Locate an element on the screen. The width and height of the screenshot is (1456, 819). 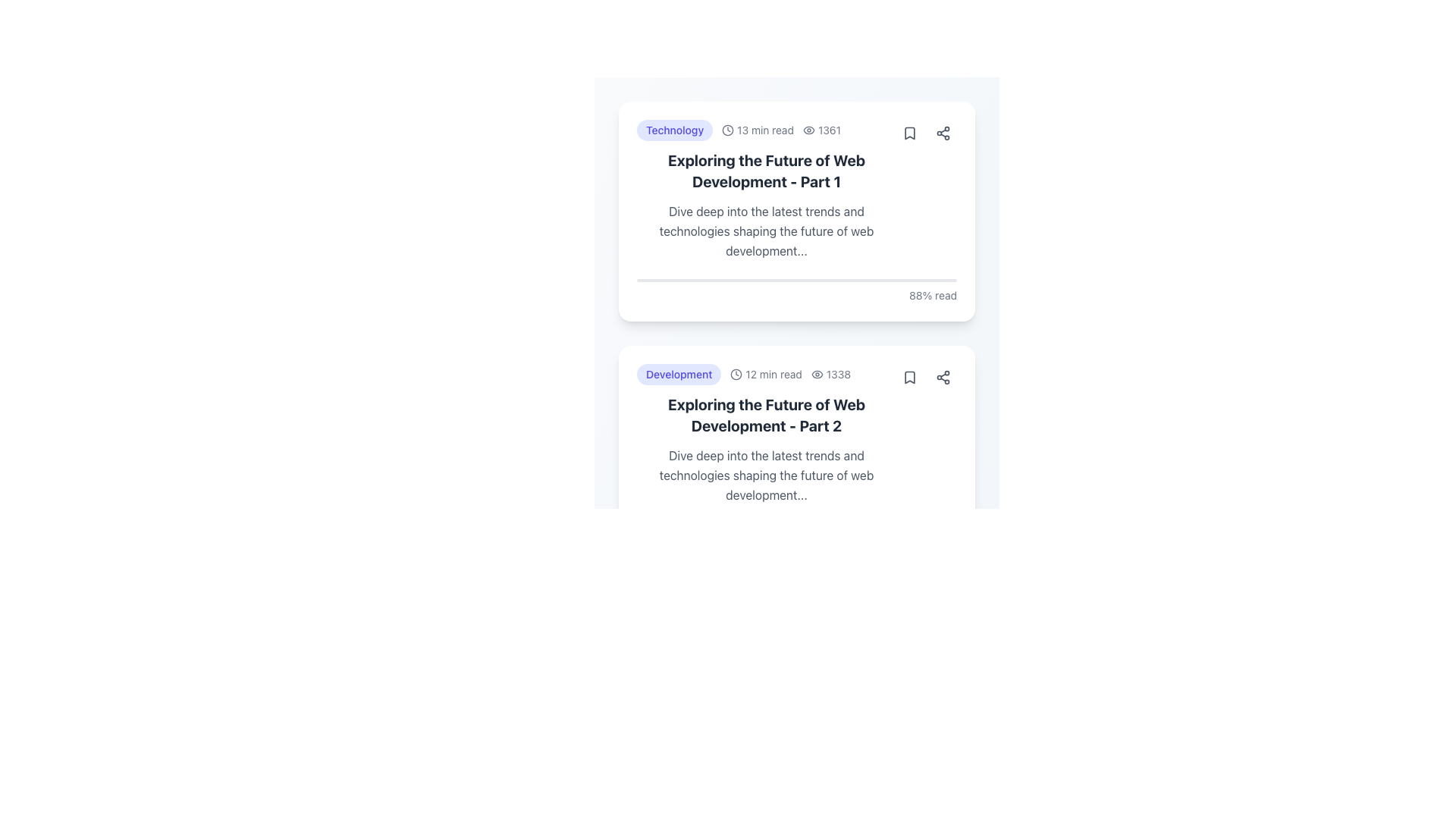
the static bookmark icon in the top-right corner of the card layout, which serves as a visual indicator for the bookmark feature is located at coordinates (910, 133).